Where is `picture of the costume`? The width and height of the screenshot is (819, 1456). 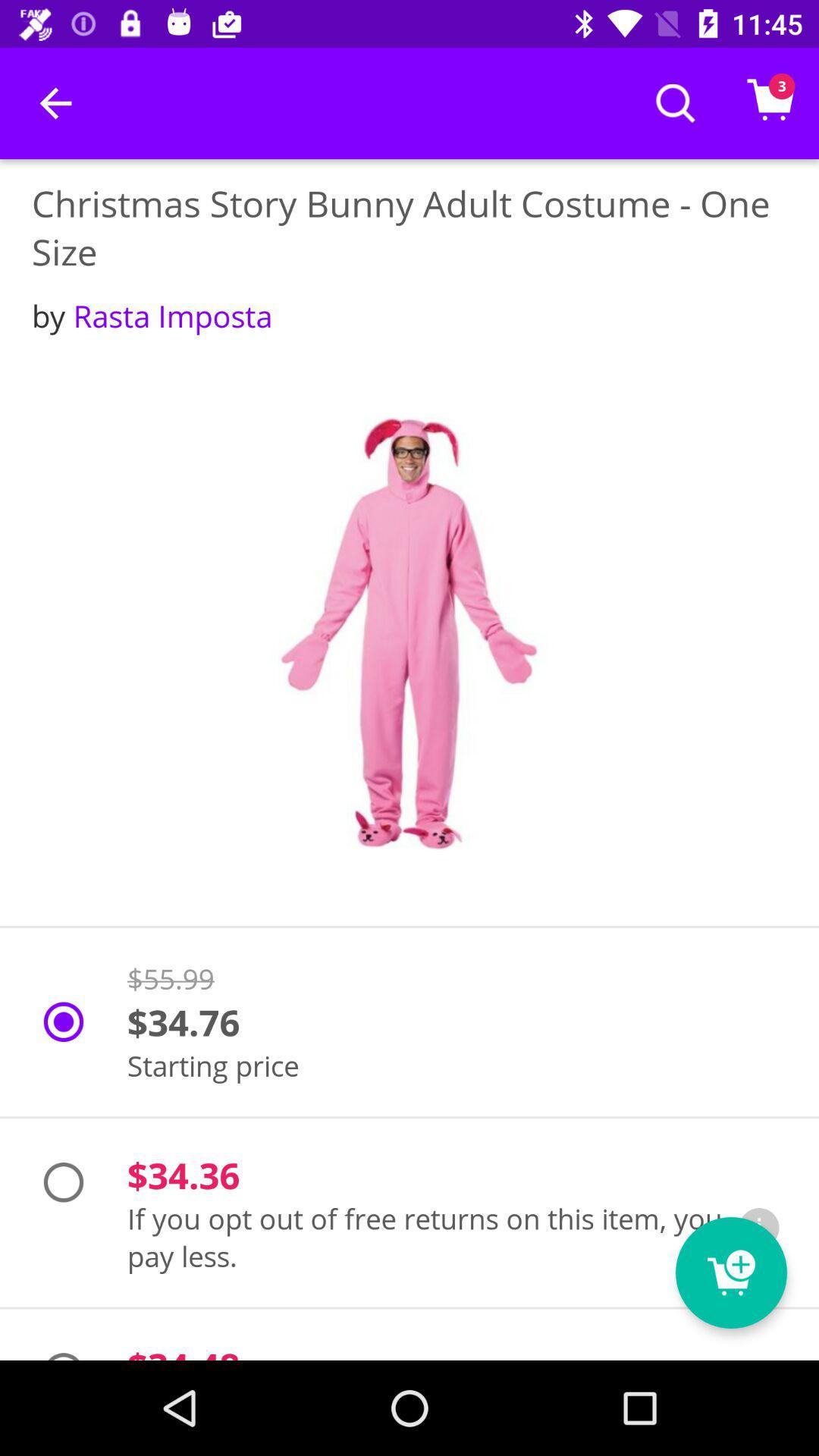 picture of the costume is located at coordinates (409, 633).